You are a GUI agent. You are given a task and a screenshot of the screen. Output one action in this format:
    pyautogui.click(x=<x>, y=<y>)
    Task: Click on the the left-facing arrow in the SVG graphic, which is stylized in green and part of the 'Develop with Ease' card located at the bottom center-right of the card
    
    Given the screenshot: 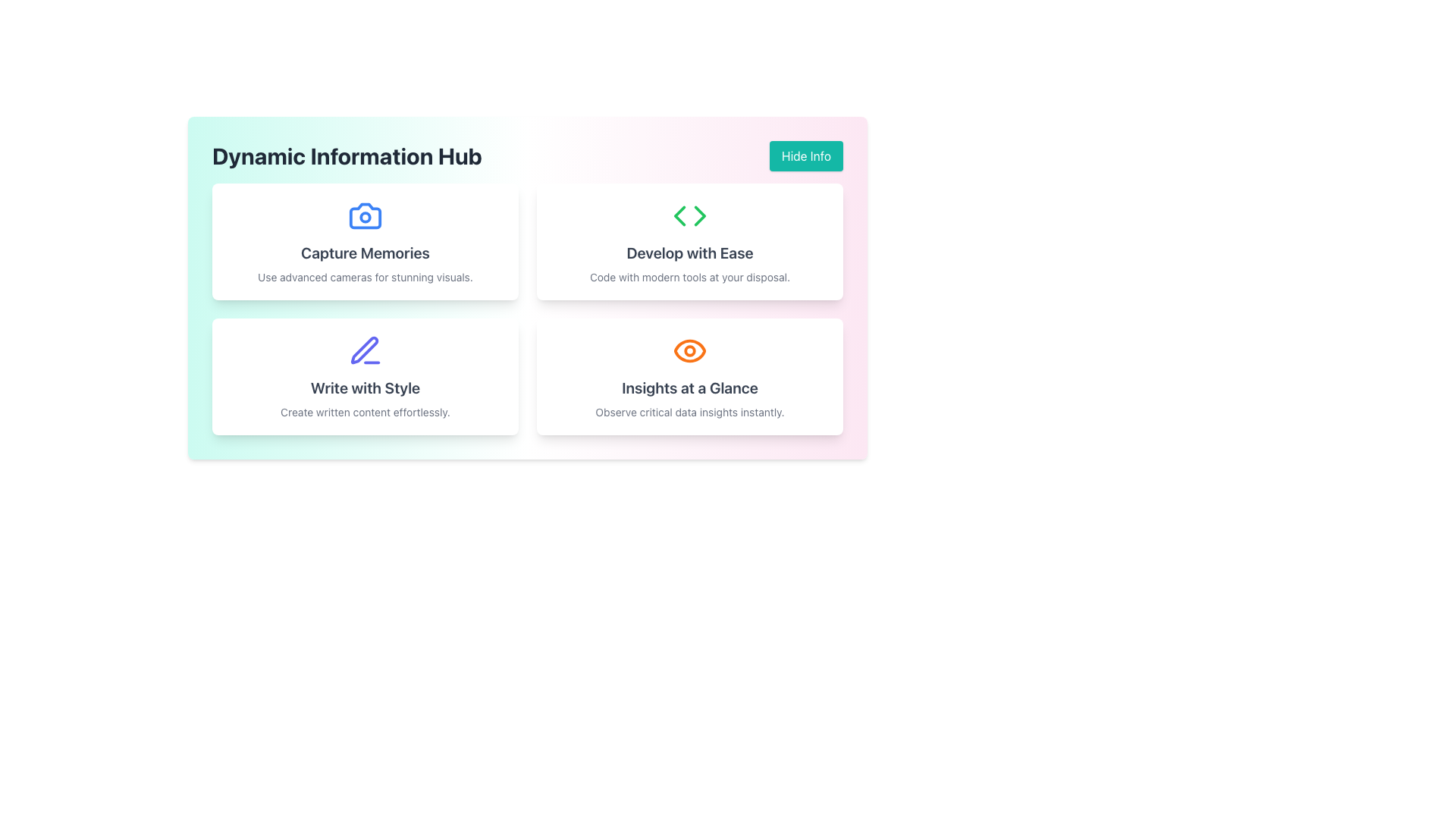 What is the action you would take?
    pyautogui.click(x=679, y=216)
    